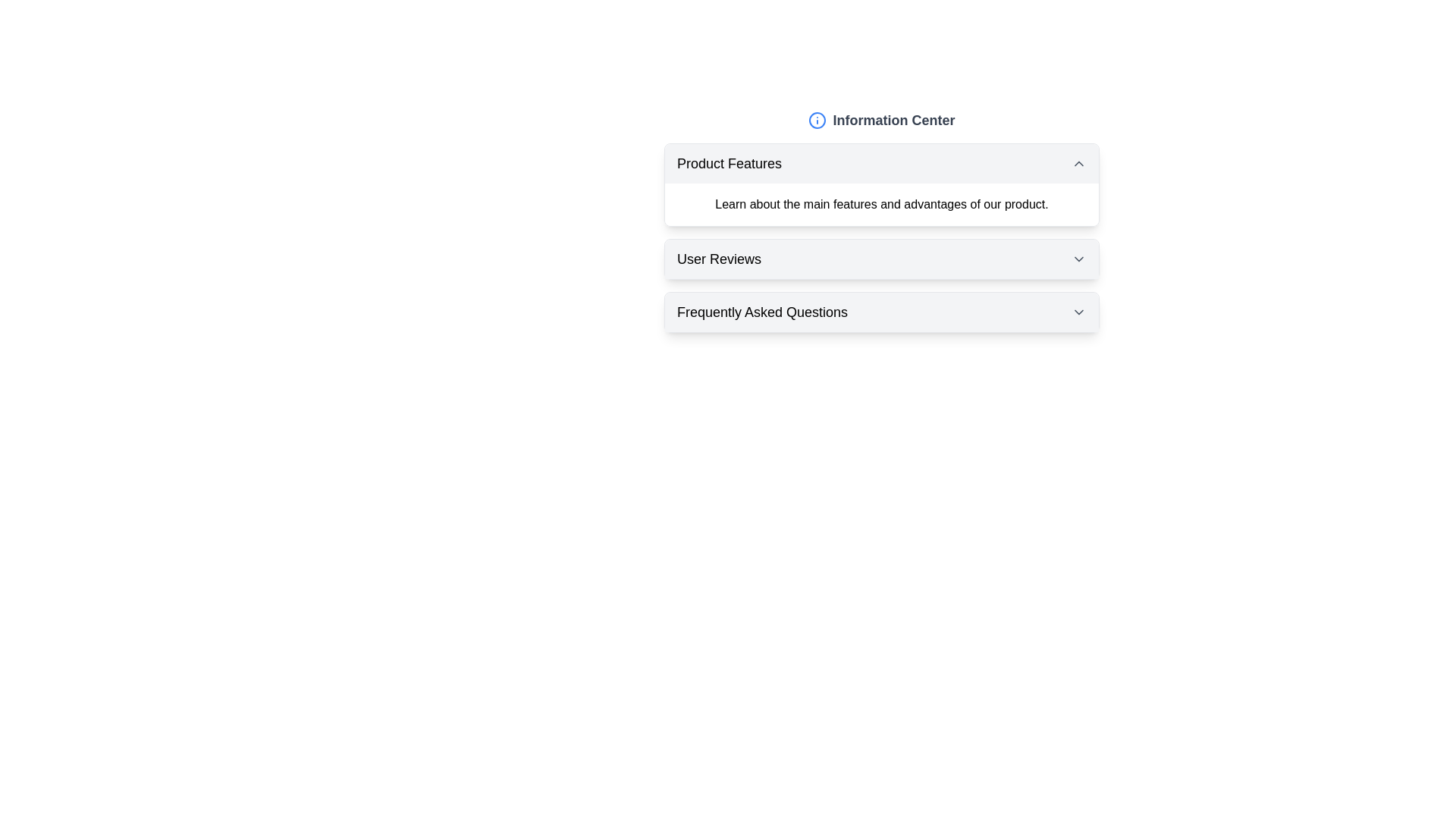 This screenshot has width=1456, height=819. Describe the element at coordinates (881, 259) in the screenshot. I see `the collapsible headers within the Informational Section with Collapsible Panels` at that location.